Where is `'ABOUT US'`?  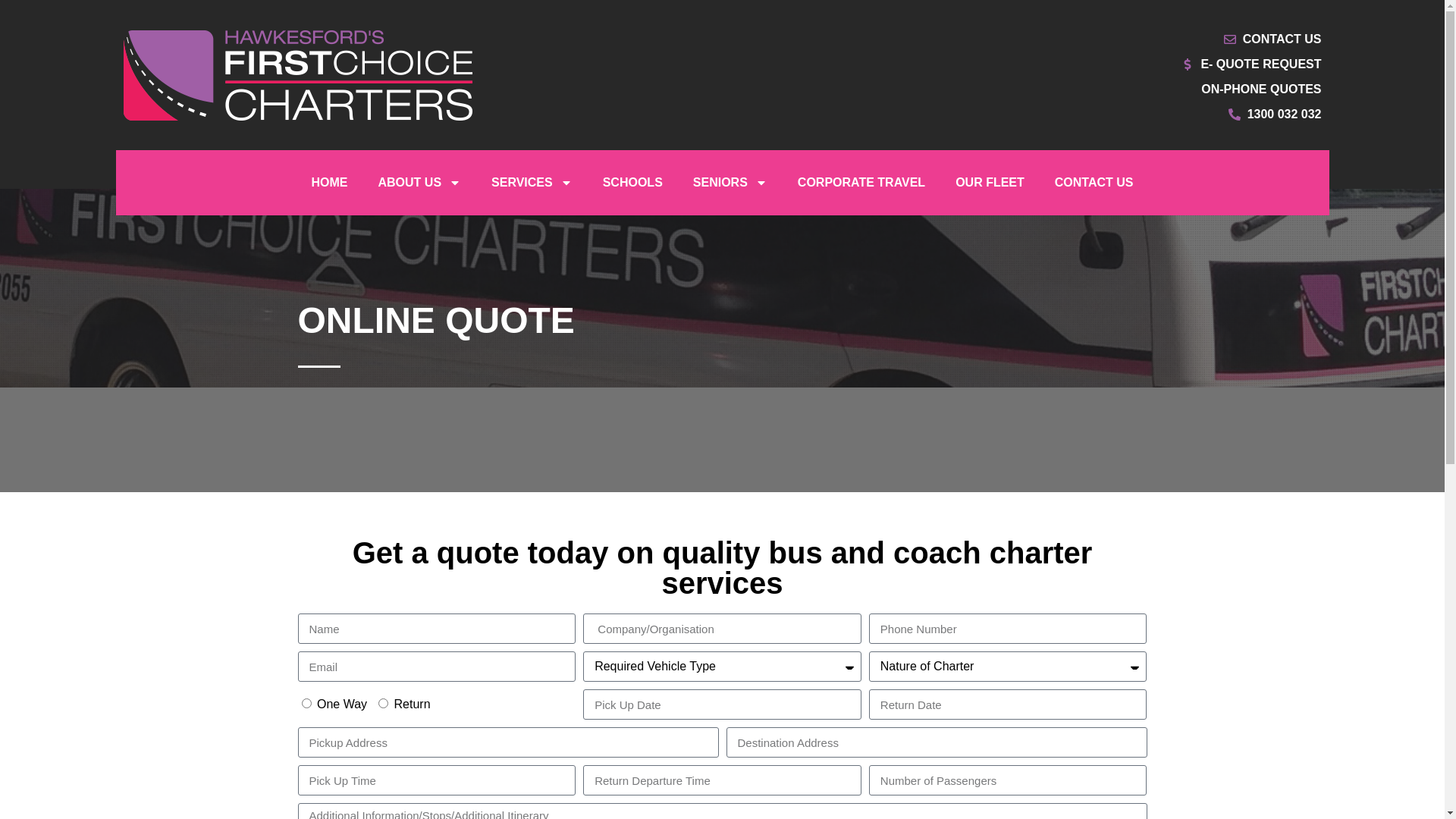
'ABOUT US' is located at coordinates (419, 181).